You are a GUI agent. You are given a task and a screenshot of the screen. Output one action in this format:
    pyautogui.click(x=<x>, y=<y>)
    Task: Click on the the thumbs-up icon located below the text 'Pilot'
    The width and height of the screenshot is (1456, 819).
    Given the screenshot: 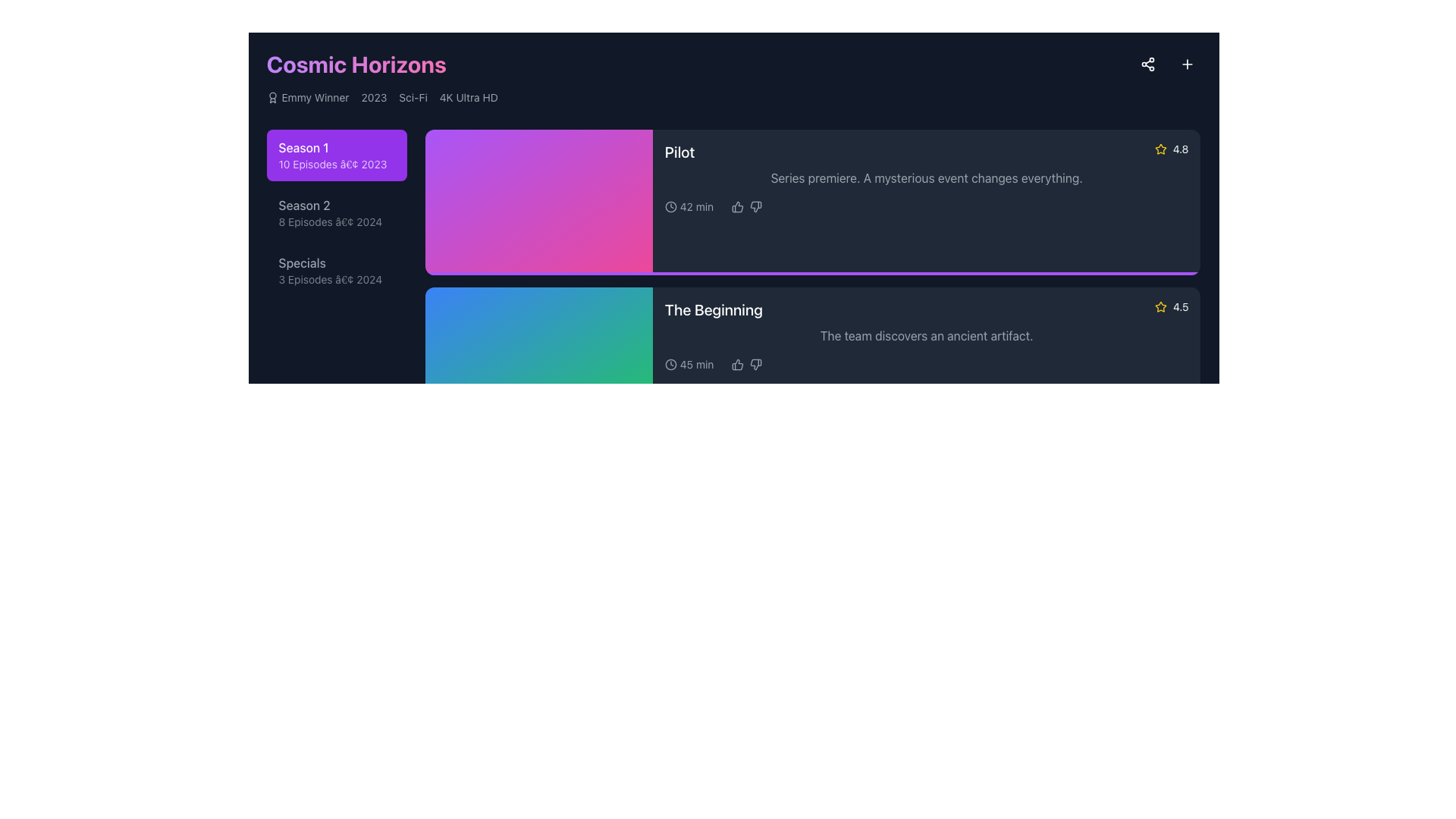 What is the action you would take?
    pyautogui.click(x=738, y=207)
    